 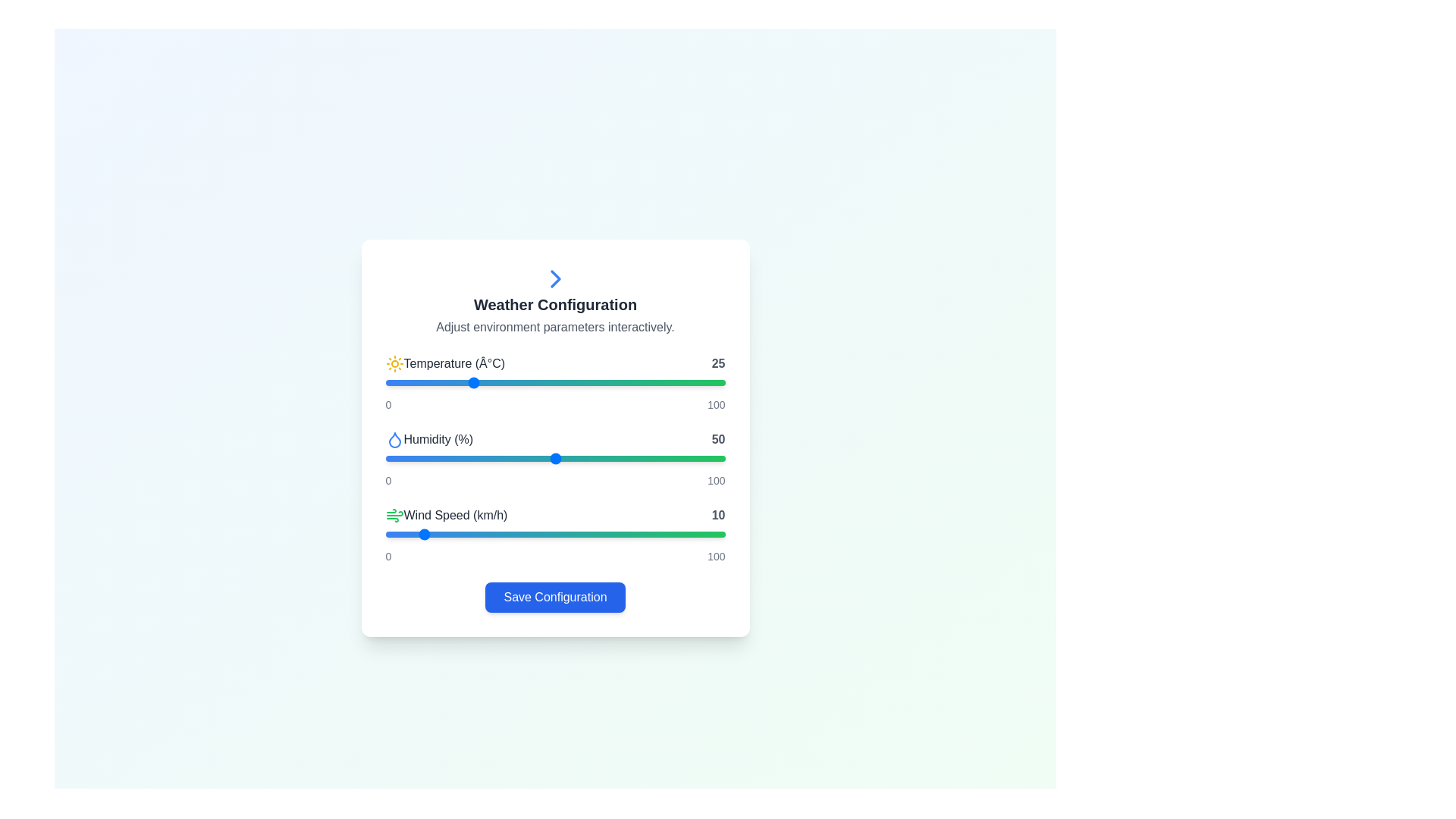 What do you see at coordinates (602, 382) in the screenshot?
I see `temperature` at bounding box center [602, 382].